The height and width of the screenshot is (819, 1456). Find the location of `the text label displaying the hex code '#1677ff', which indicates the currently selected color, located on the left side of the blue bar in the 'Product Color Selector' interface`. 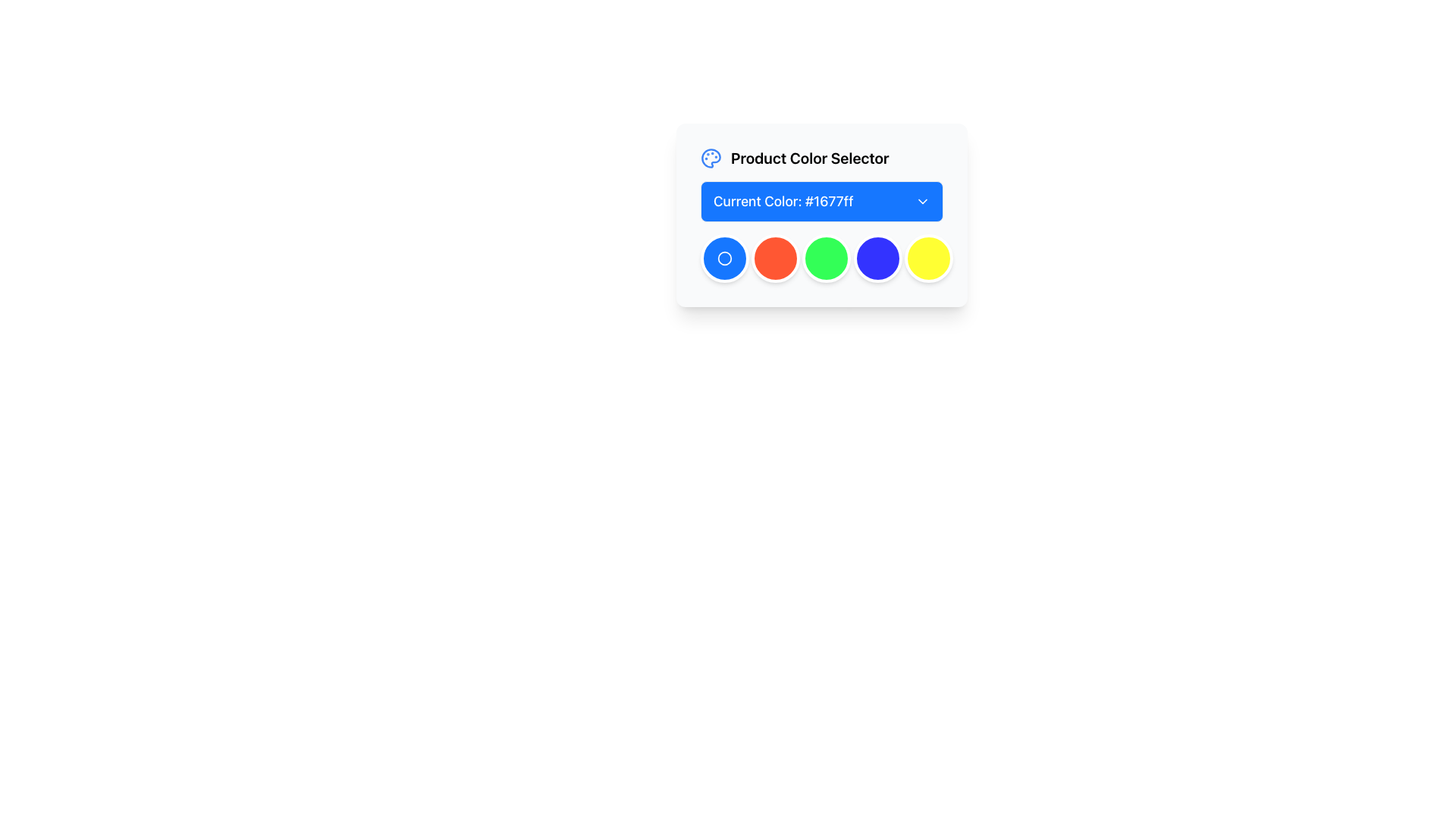

the text label displaying the hex code '#1677ff', which indicates the currently selected color, located on the left side of the blue bar in the 'Product Color Selector' interface is located at coordinates (783, 201).